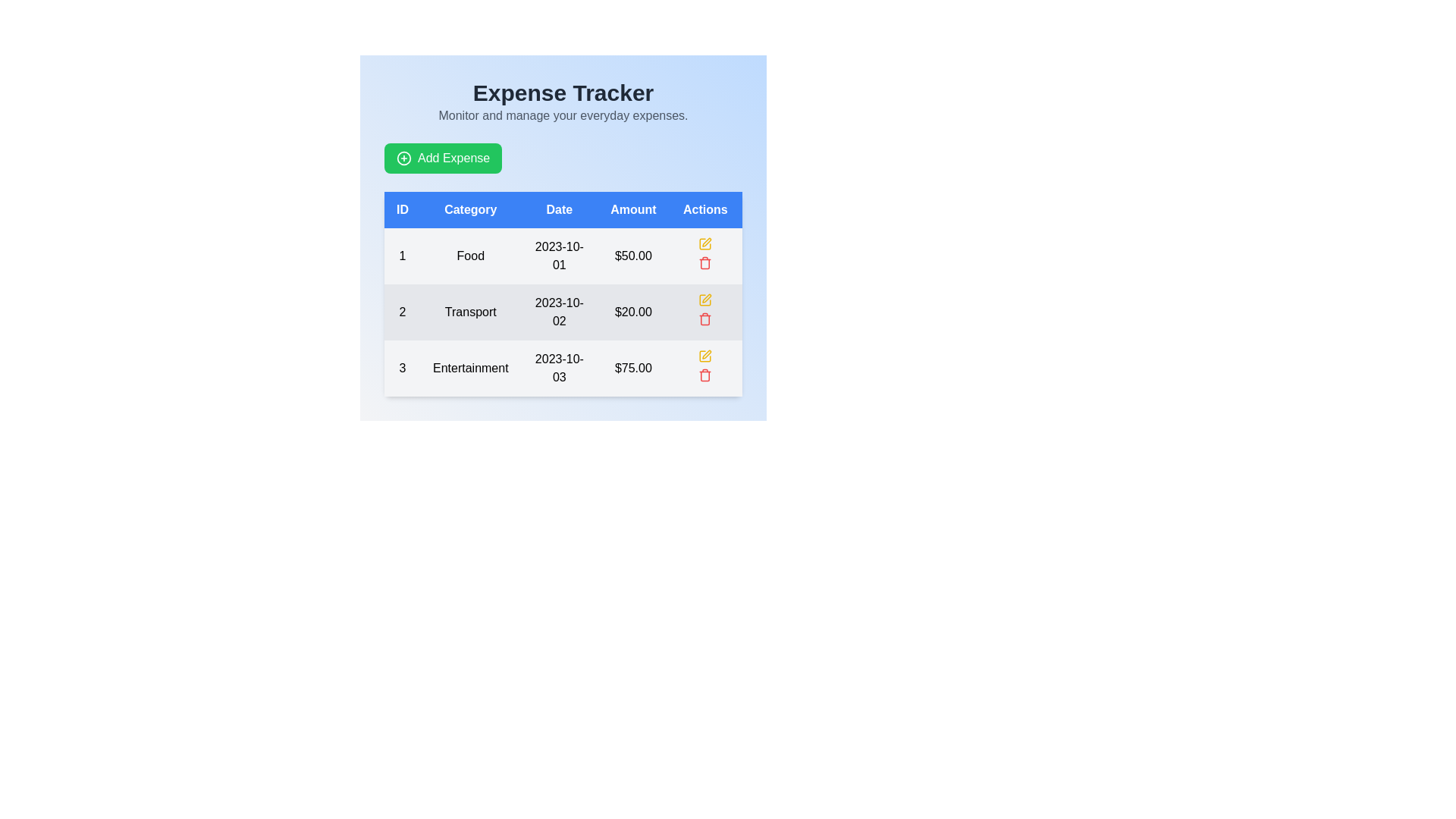  Describe the element at coordinates (633, 256) in the screenshot. I see `the text label displaying '$50.00' in bold black font located in the fourth column of the 'Food' row under the 'Amount' heading in the table` at that location.